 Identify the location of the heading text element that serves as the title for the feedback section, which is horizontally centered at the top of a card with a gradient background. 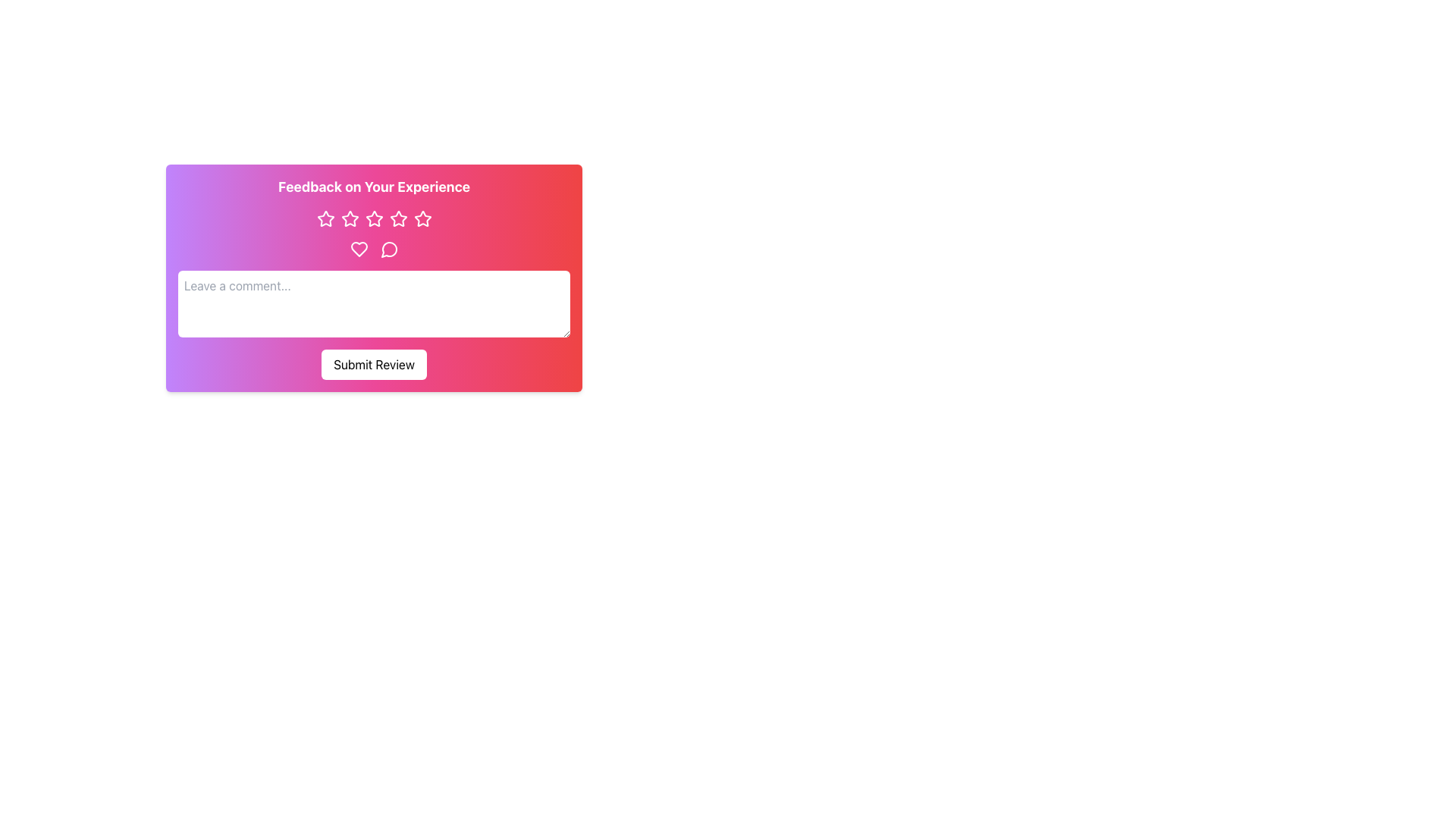
(374, 186).